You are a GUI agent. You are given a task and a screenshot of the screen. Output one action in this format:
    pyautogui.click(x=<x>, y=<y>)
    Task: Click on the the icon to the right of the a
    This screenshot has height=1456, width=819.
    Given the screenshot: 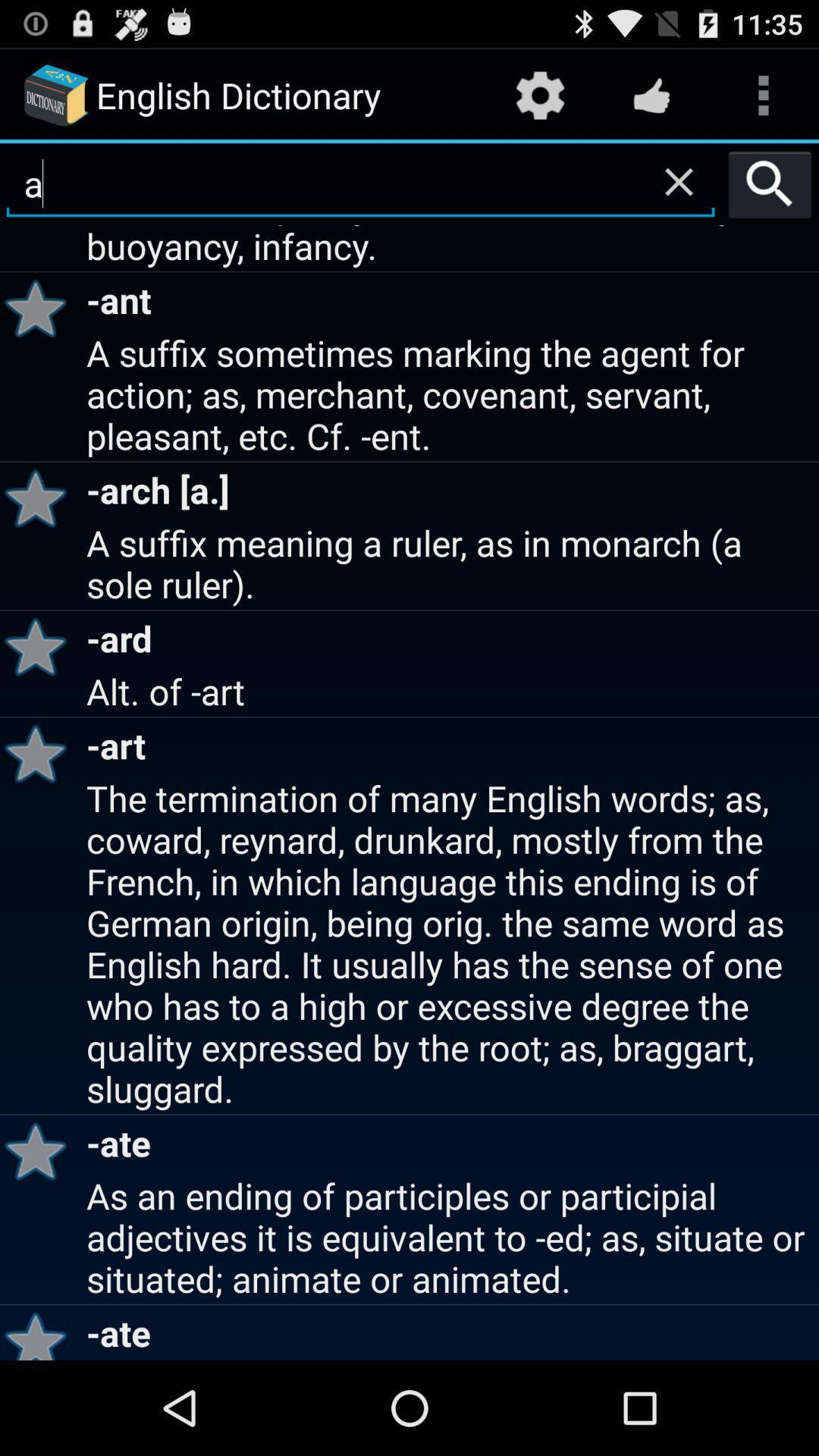 What is the action you would take?
    pyautogui.click(x=770, y=184)
    